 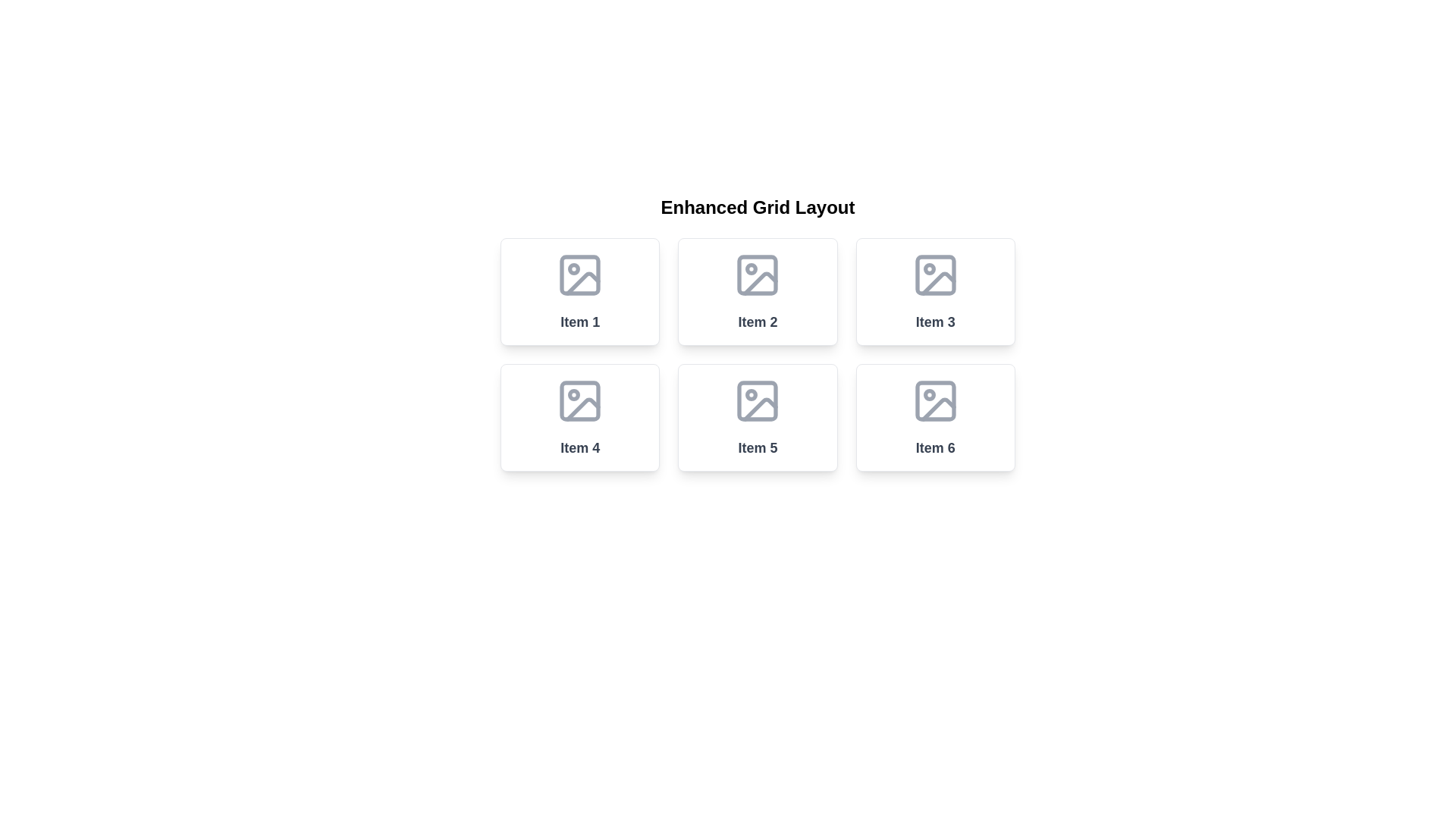 I want to click on the Text label positioned at the bottom-center of the first card in the grid layout, so click(x=579, y=321).